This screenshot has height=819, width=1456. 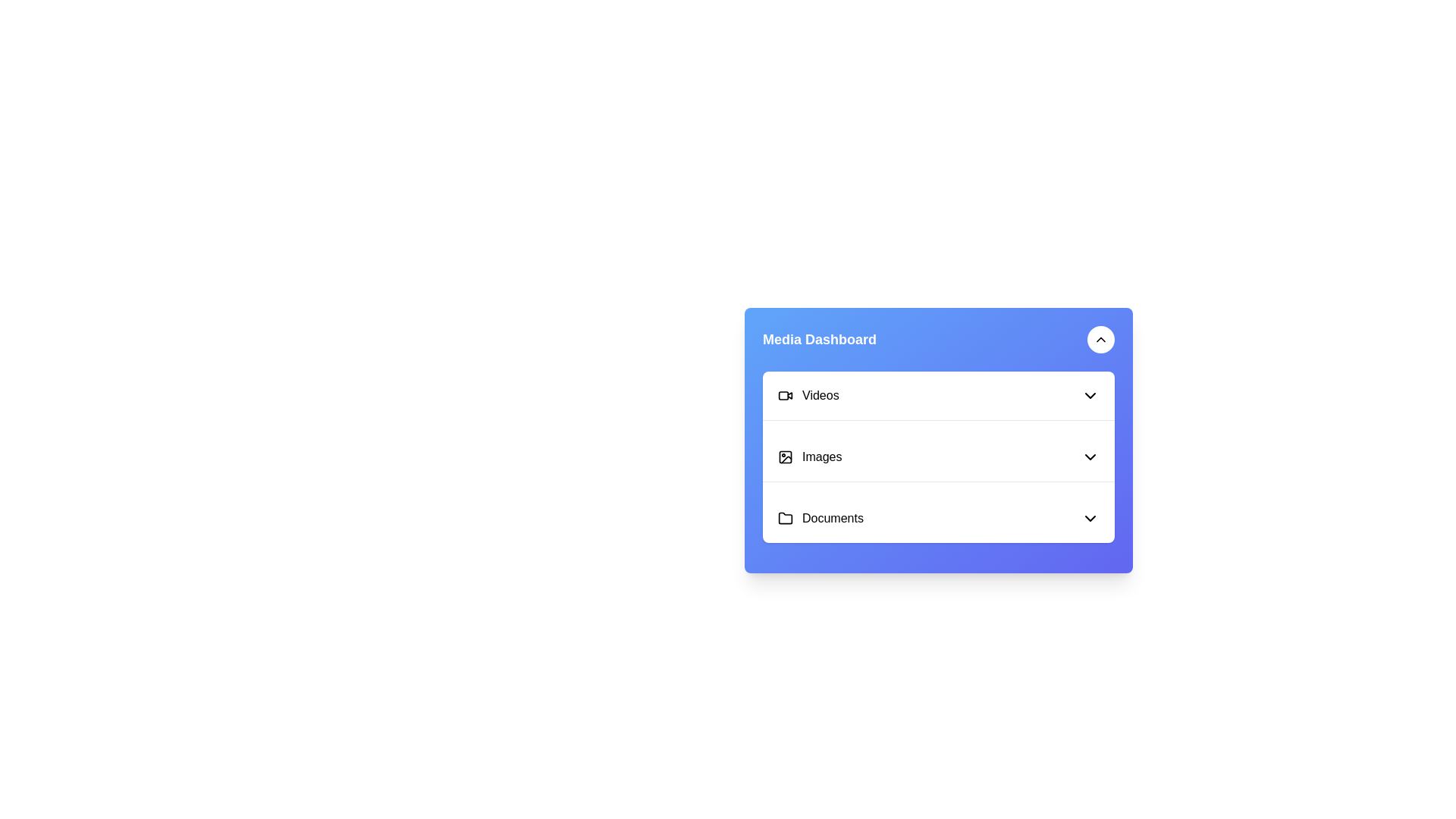 What do you see at coordinates (1100, 338) in the screenshot?
I see `the chevron-up icon located at the center of the circular button in the top-right corner of the blue 'Media Dashboard' card` at bounding box center [1100, 338].